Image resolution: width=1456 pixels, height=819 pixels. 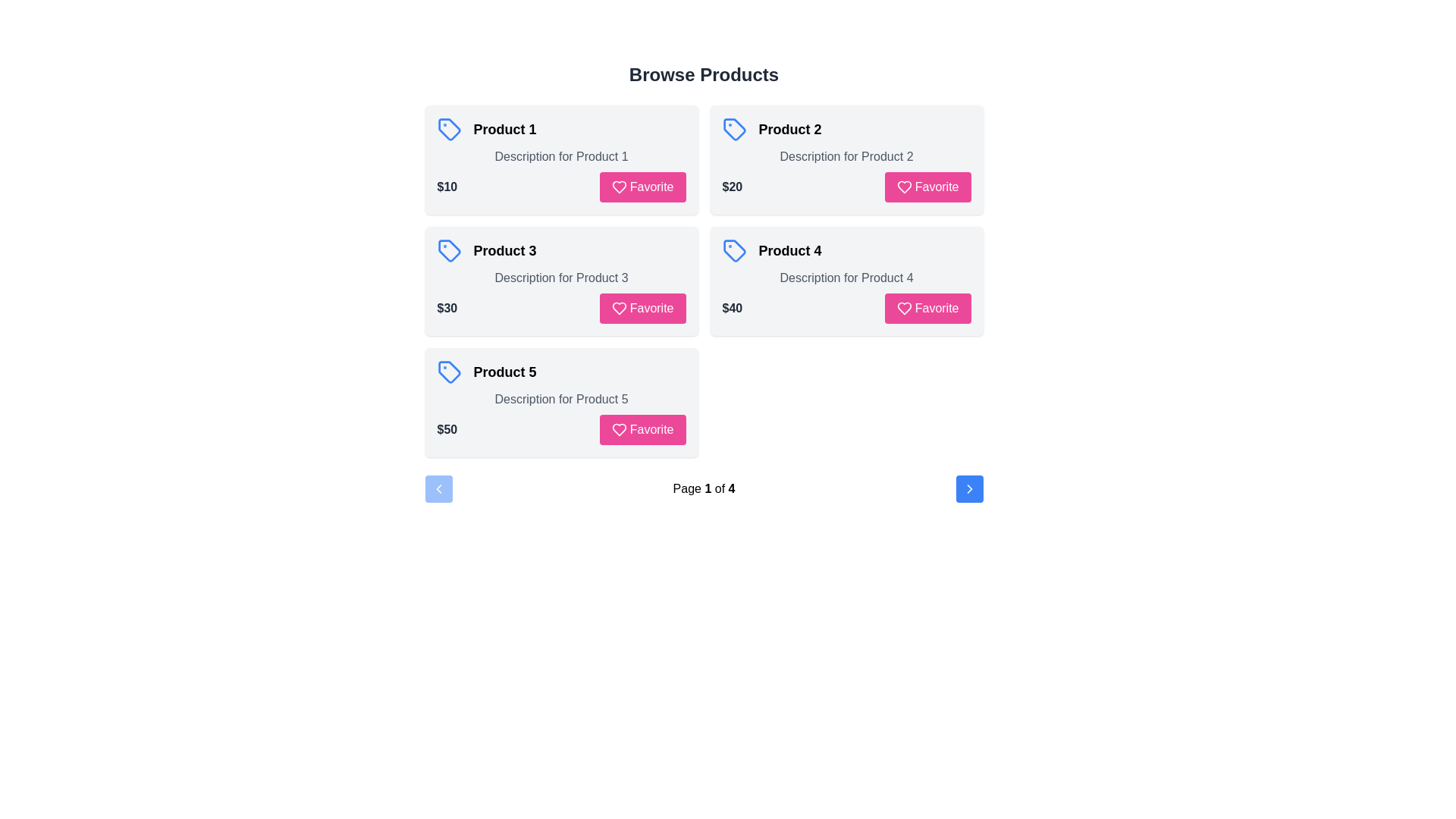 What do you see at coordinates (730, 488) in the screenshot?
I see `the text element indicating the total number of pages available for navigation, located on the right side of the sibling text 'Page 1 of 4'` at bounding box center [730, 488].